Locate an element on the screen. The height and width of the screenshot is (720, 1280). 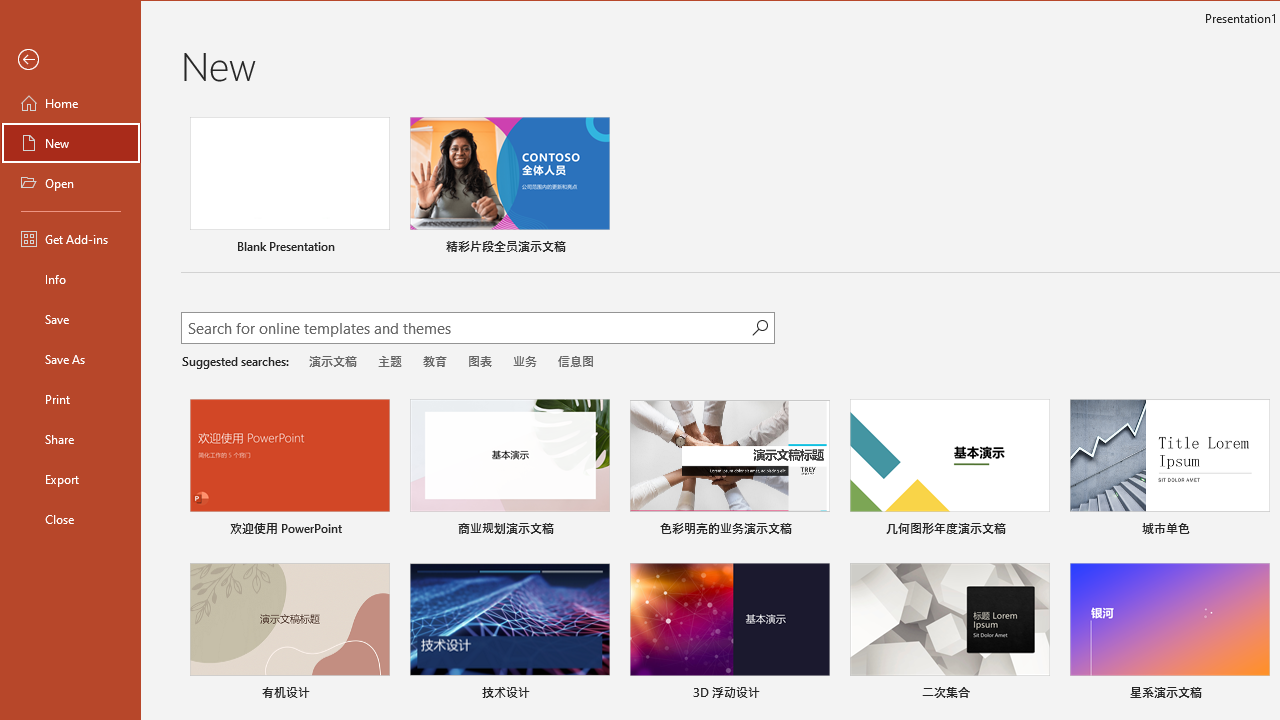
'Get Add-ins' is located at coordinates (71, 238).